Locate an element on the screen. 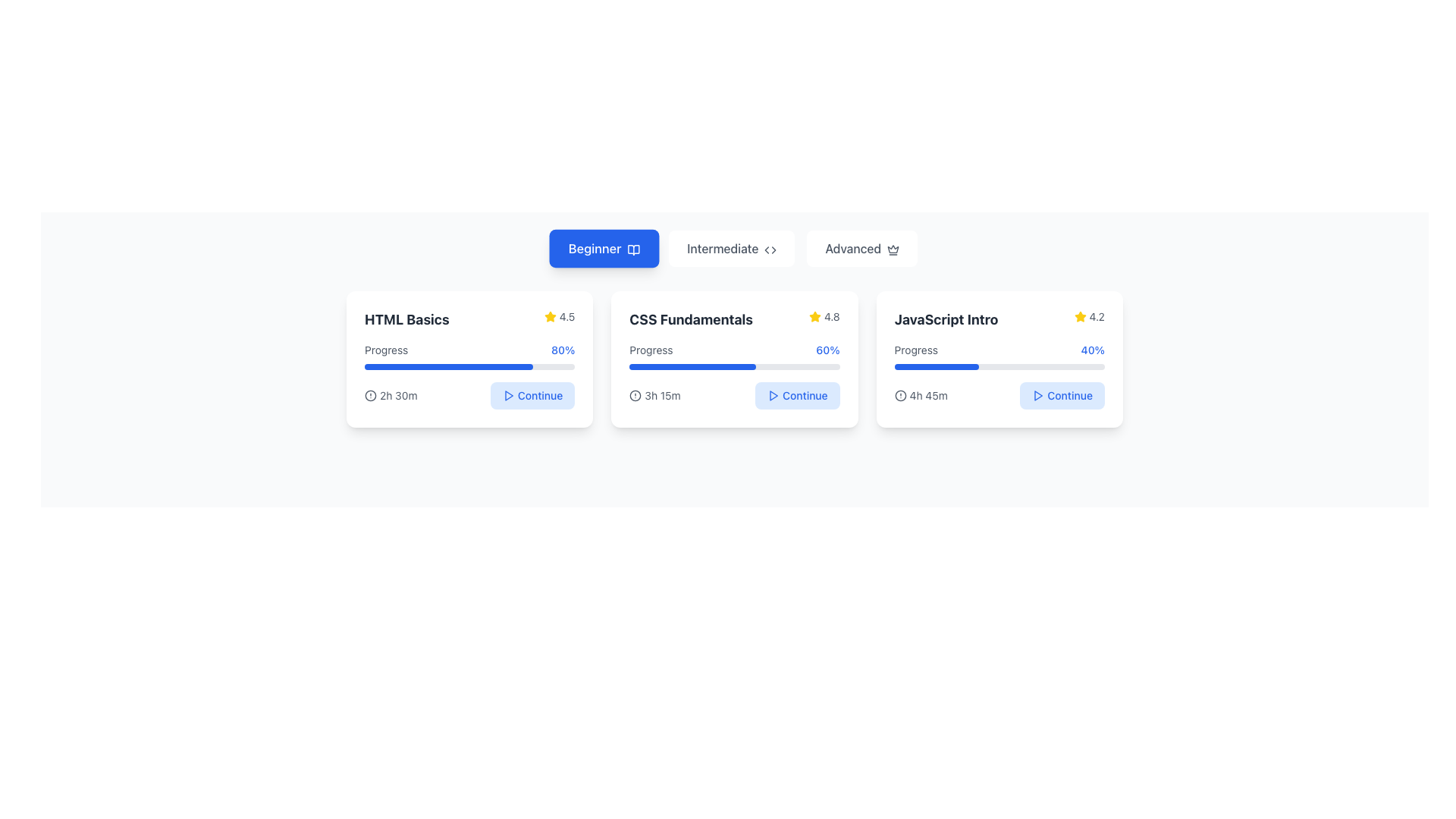  the decorative SVG Icon that indicates the 'Beginner' level, which is centrally positioned within the blue 'Beginner' button is located at coordinates (634, 249).